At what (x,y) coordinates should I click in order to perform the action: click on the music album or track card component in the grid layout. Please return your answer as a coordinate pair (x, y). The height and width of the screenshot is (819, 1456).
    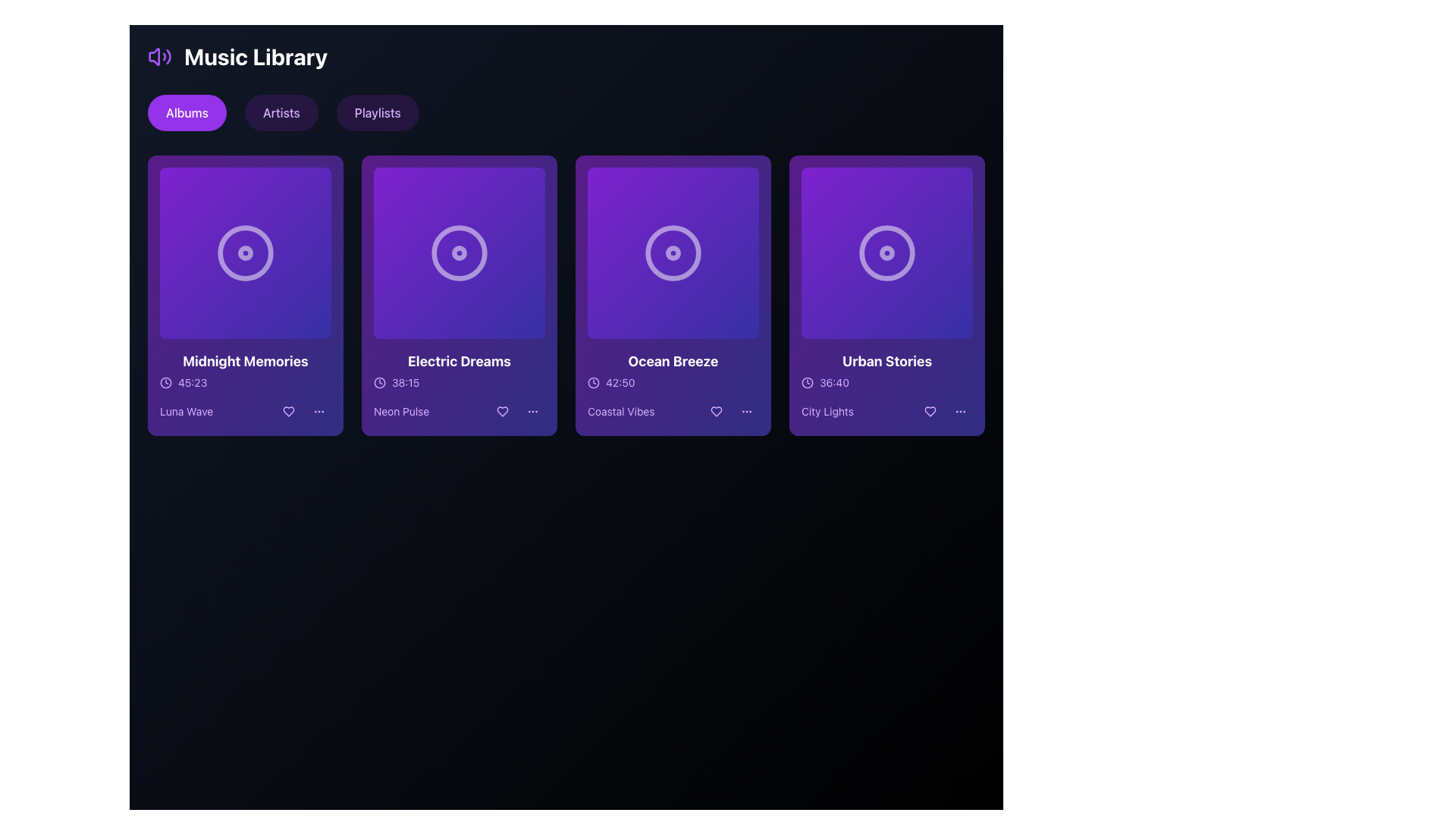
    Looking at the image, I should click on (458, 295).